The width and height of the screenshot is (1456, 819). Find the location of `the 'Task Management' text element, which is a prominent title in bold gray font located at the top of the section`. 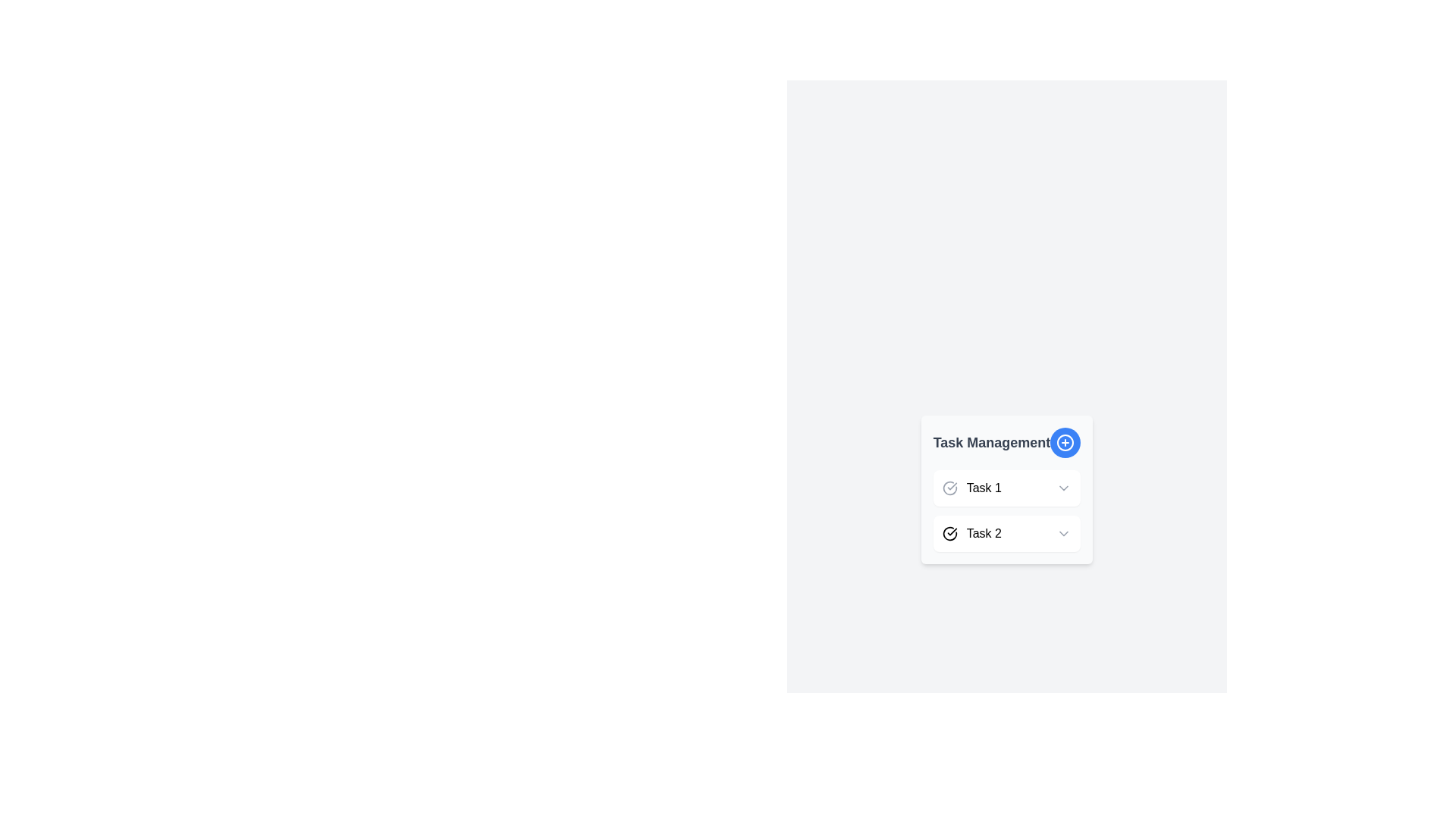

the 'Task Management' text element, which is a prominent title in bold gray font located at the top of the section is located at coordinates (992, 442).